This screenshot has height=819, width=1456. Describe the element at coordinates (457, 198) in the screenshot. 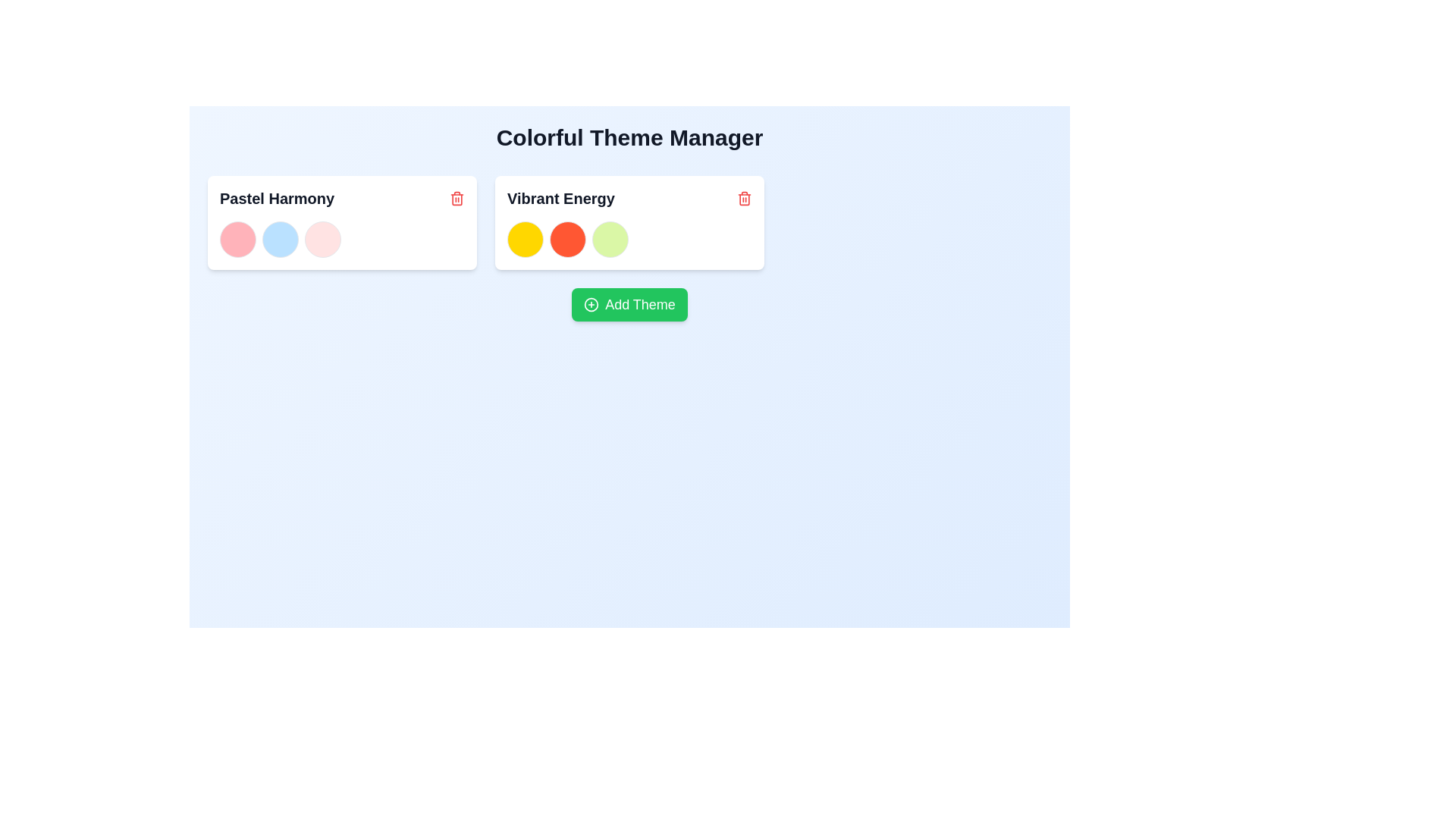

I see `the delete button located at the top-right corner of the 'Pastel Harmony' card` at that location.